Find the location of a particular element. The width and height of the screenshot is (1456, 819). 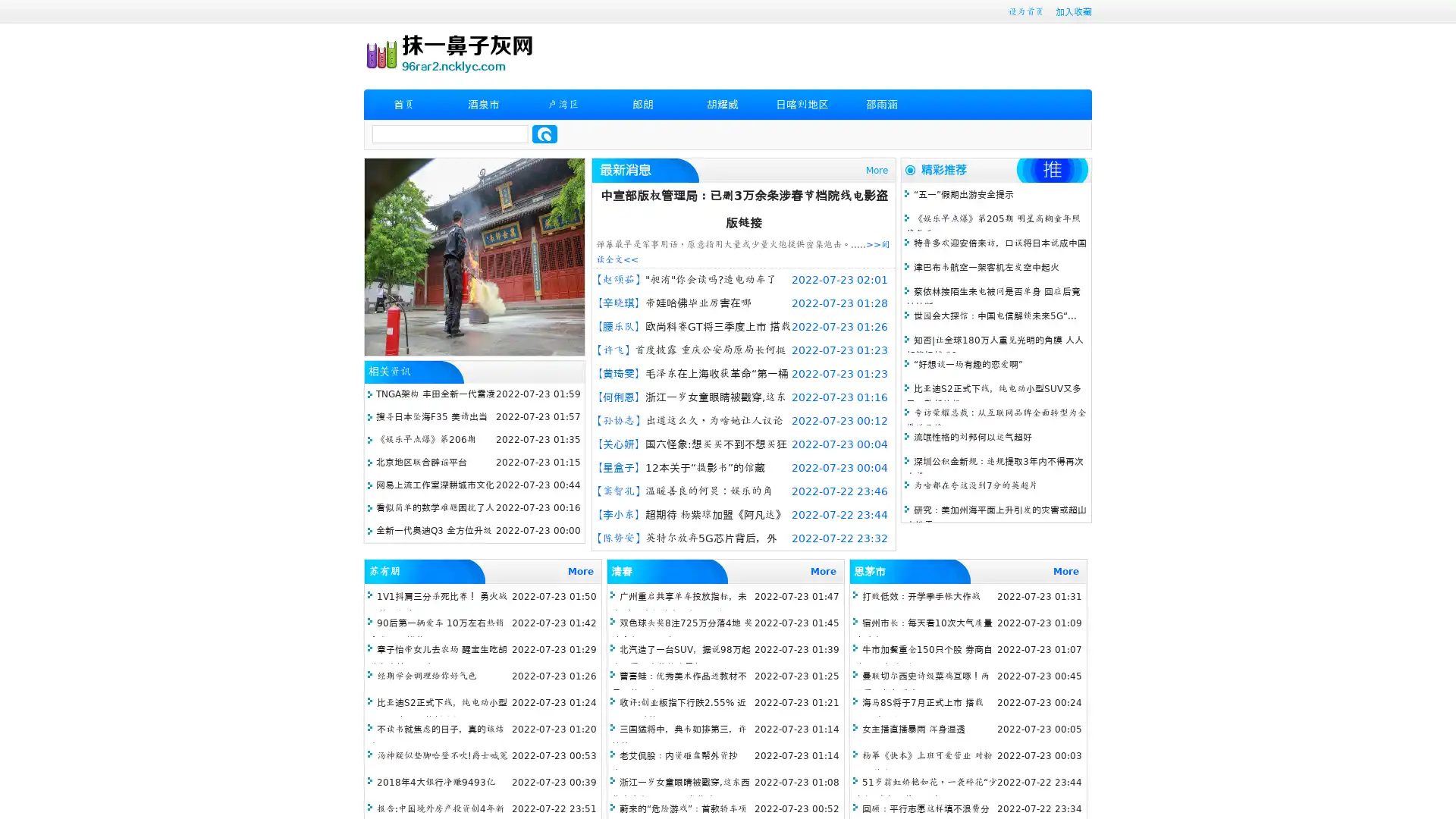

Search is located at coordinates (544, 133).